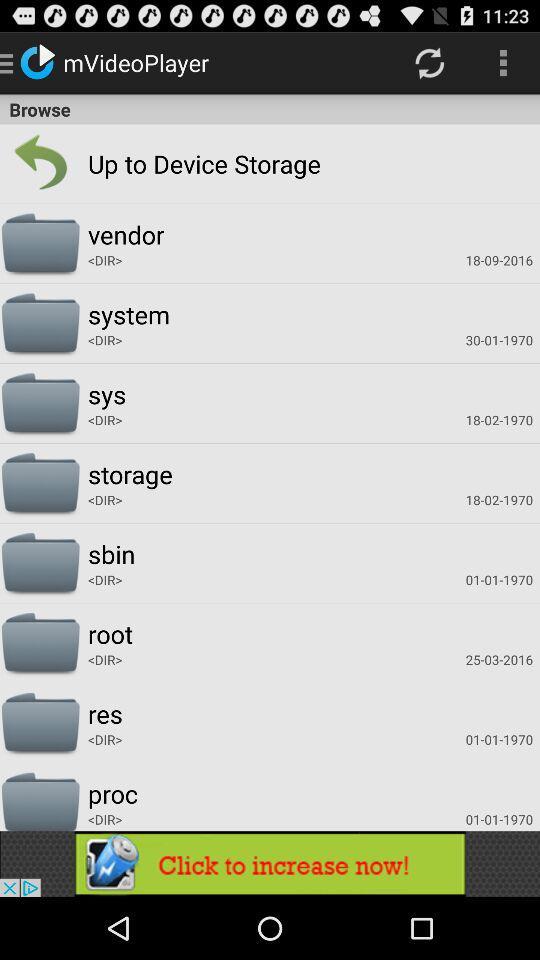 Image resolution: width=540 pixels, height=960 pixels. I want to click on the app above the browse icon, so click(428, 62).